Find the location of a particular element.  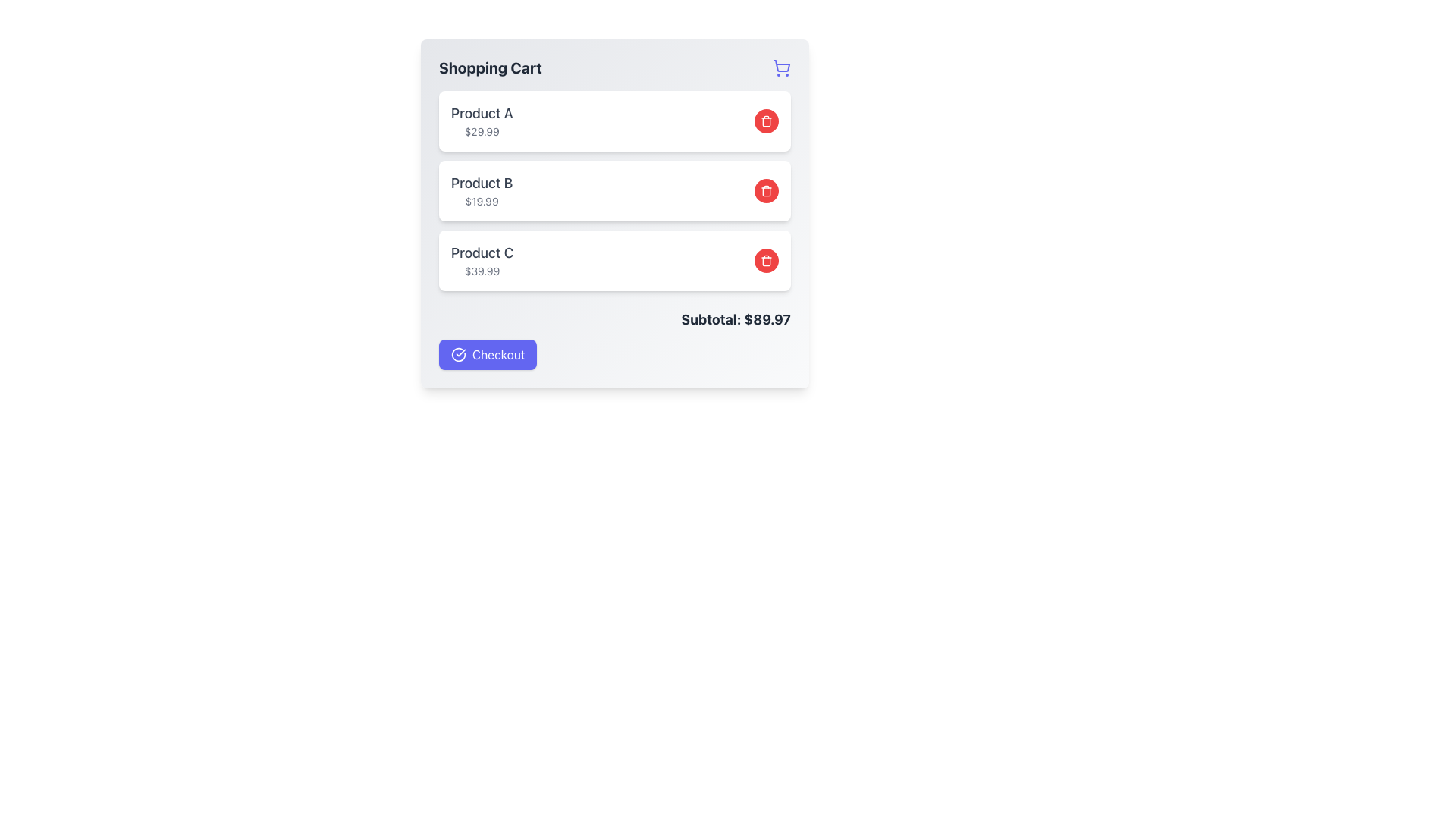

the second cart item row is located at coordinates (615, 190).